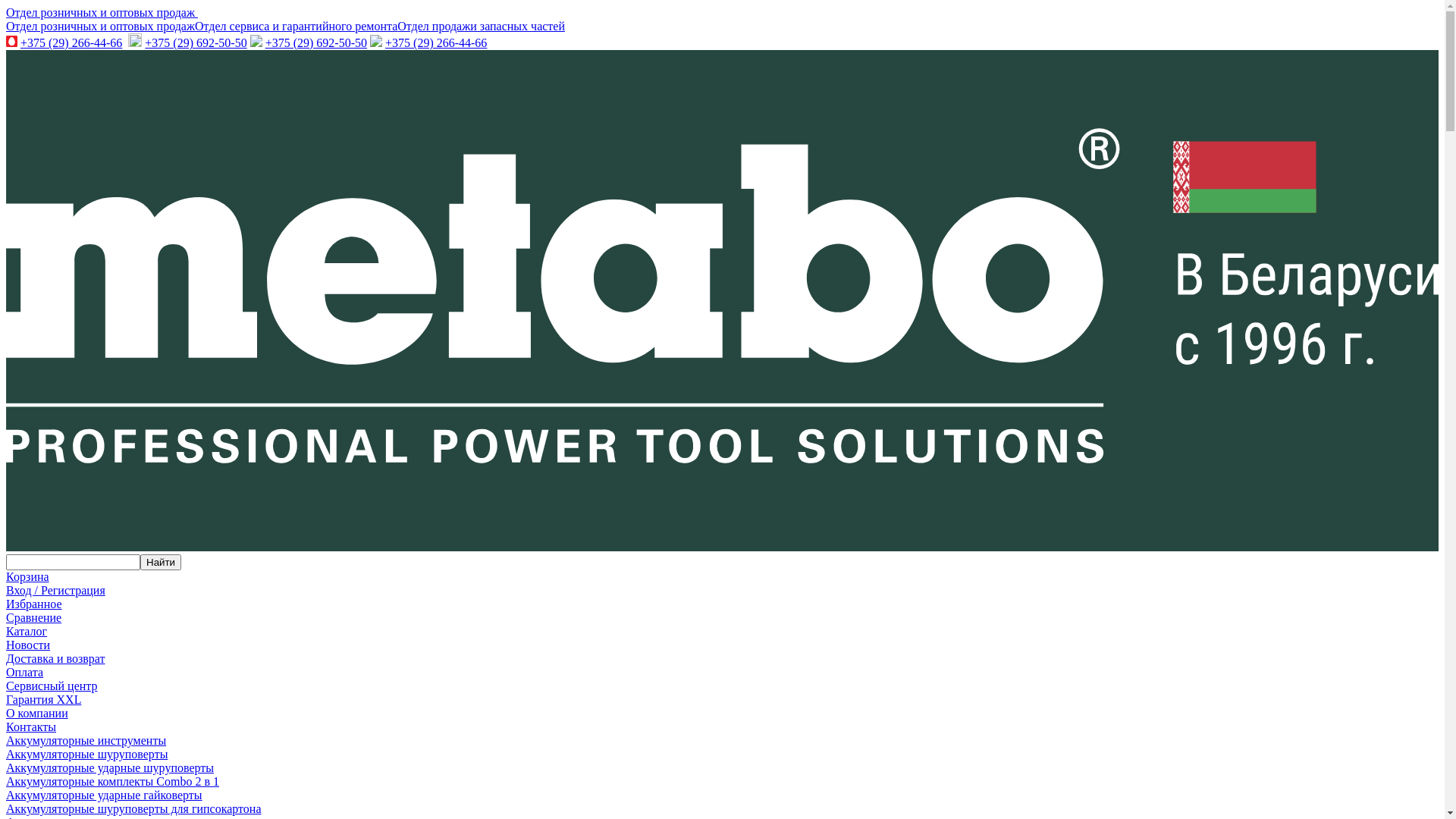 This screenshot has height=819, width=1456. I want to click on '+375 (29) 266-44-66', so click(71, 42).